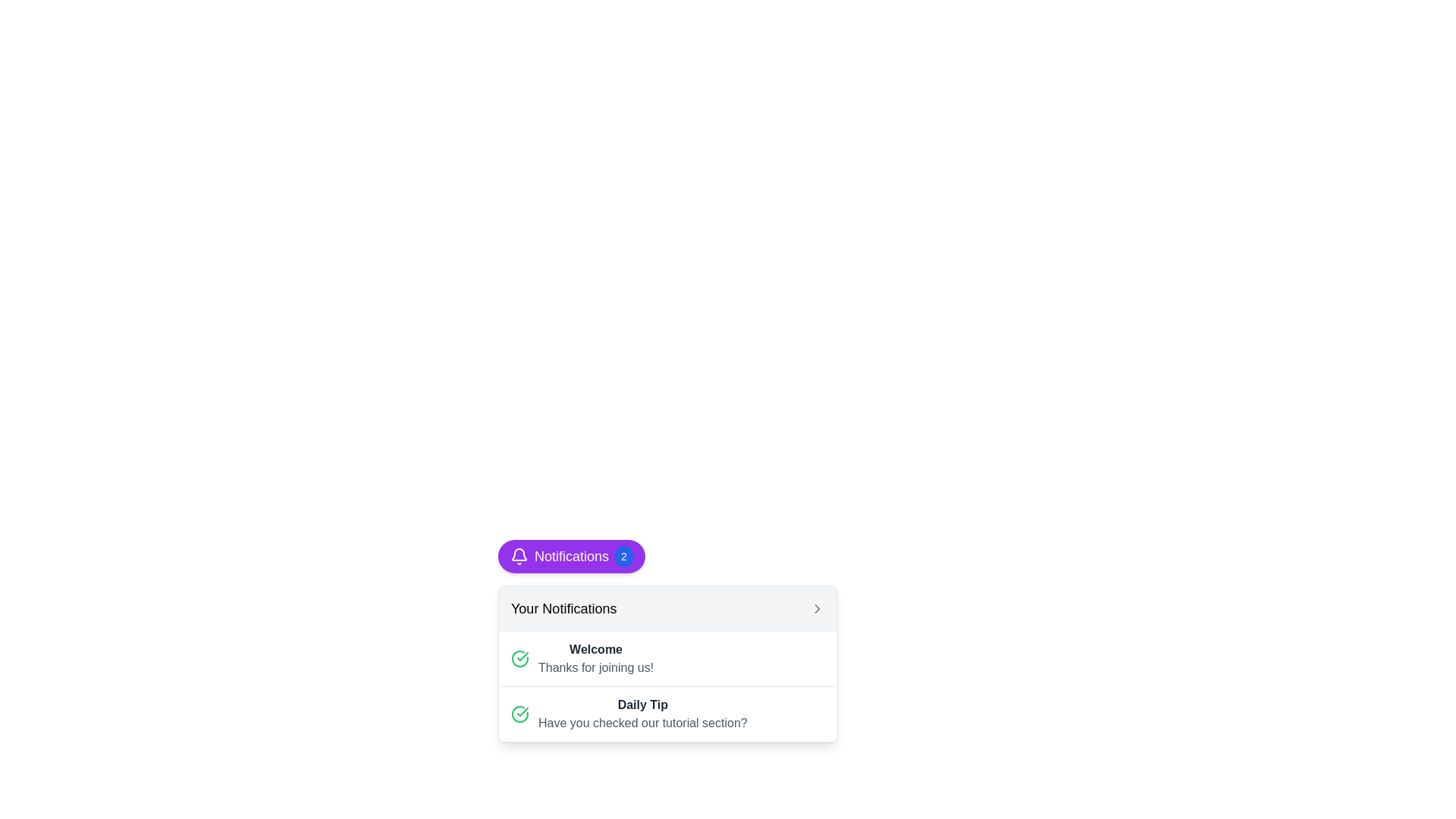 The width and height of the screenshot is (1456, 819). I want to click on the 'Your Notifications' text label, which is prominently displayed in bold font at the top-left section of the notifications header area, so click(563, 607).